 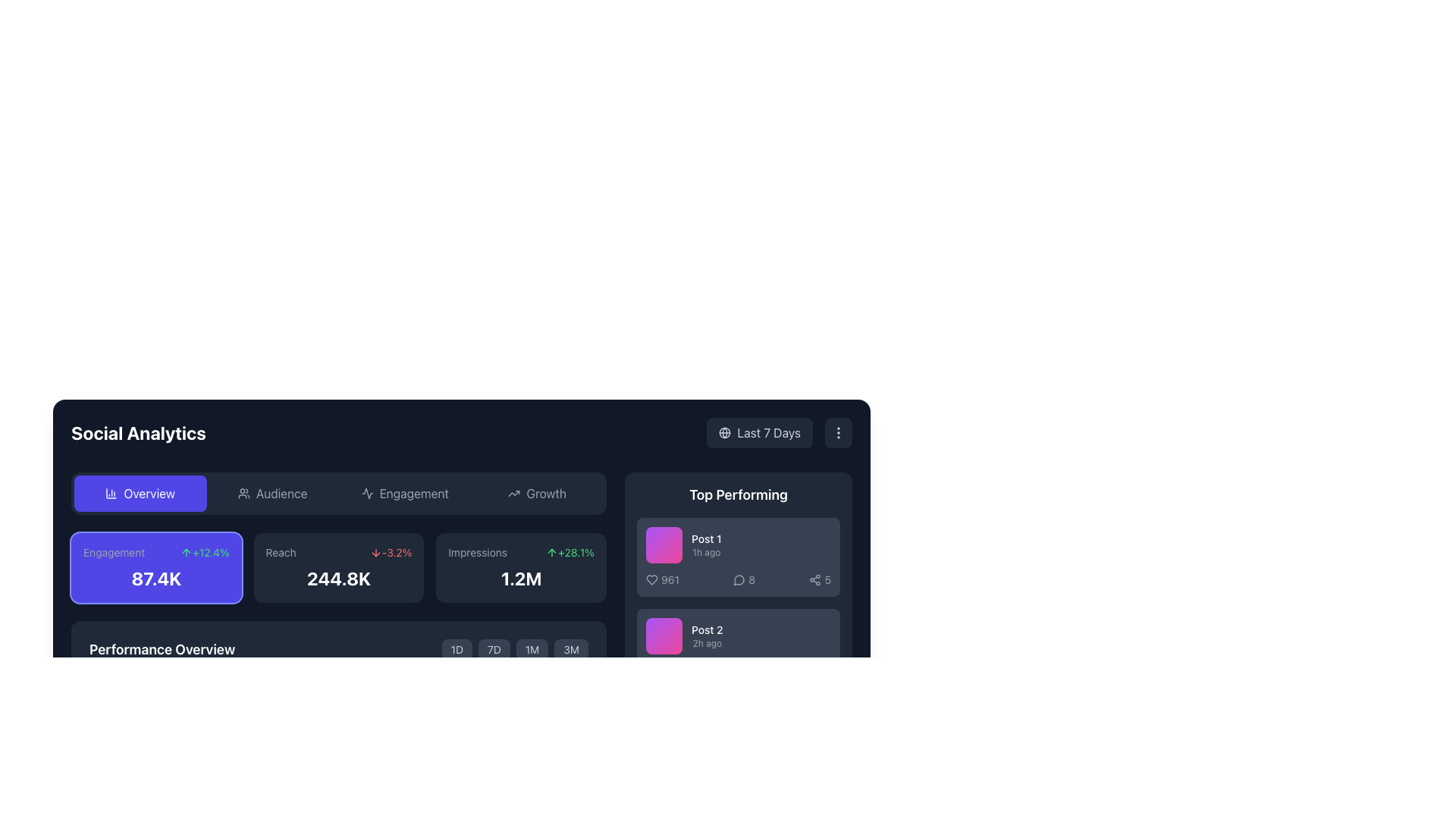 I want to click on the interactive ellipsis icon located at the top-right corner of the interface, so click(x=837, y=432).